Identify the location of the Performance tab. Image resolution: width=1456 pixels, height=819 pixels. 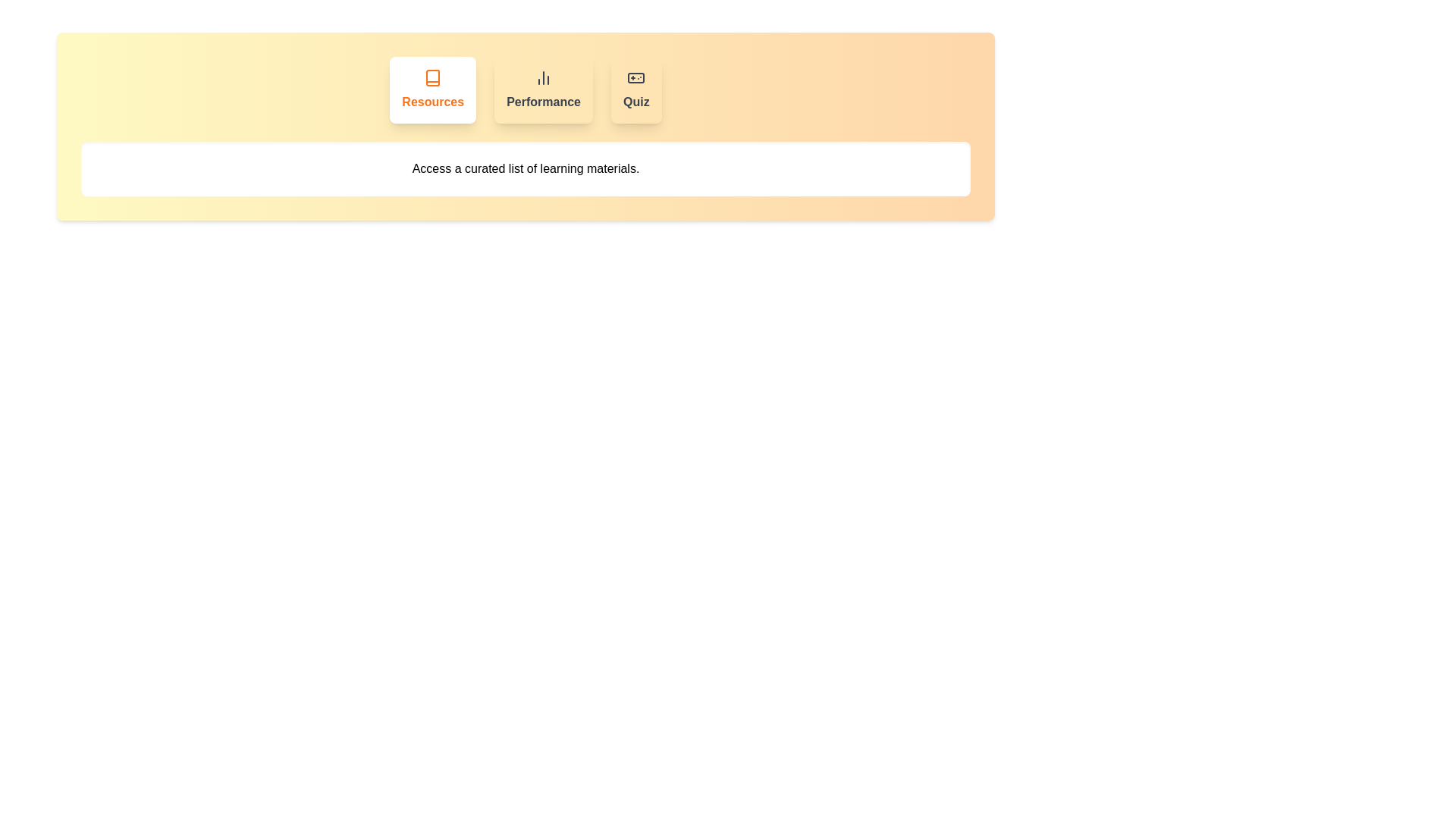
(543, 90).